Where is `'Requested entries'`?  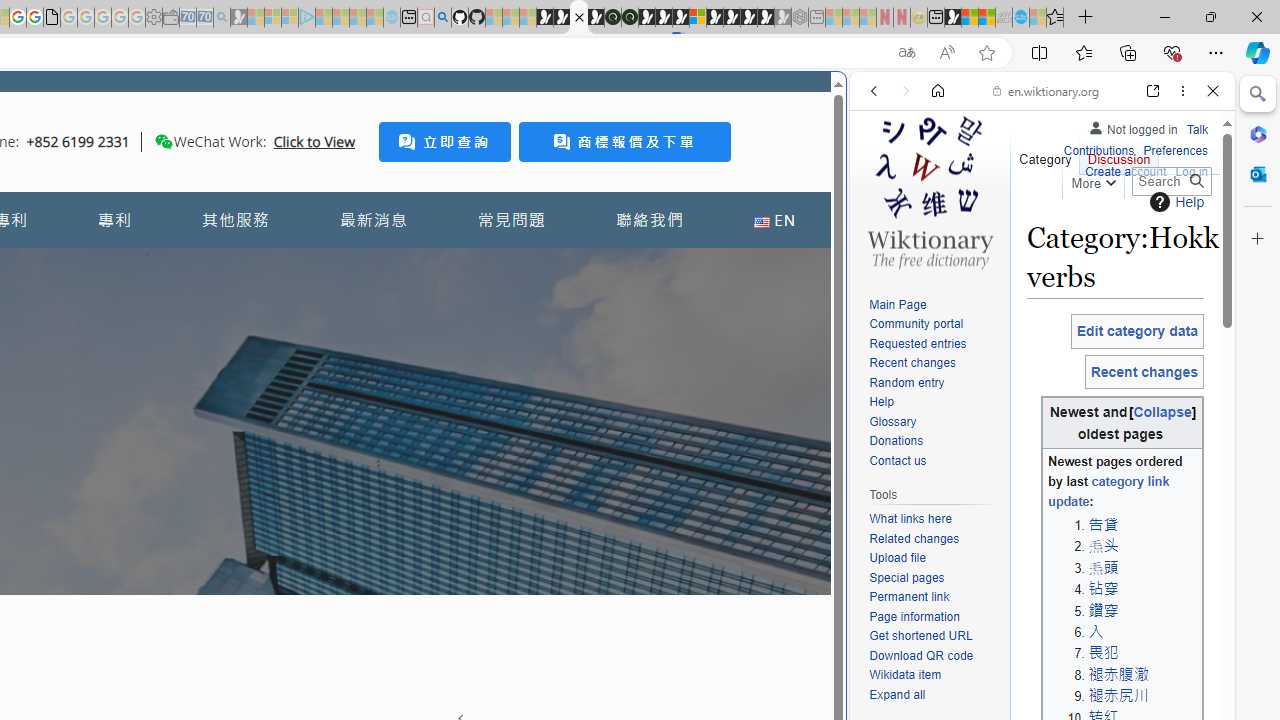 'Requested entries' is located at coordinates (916, 342).